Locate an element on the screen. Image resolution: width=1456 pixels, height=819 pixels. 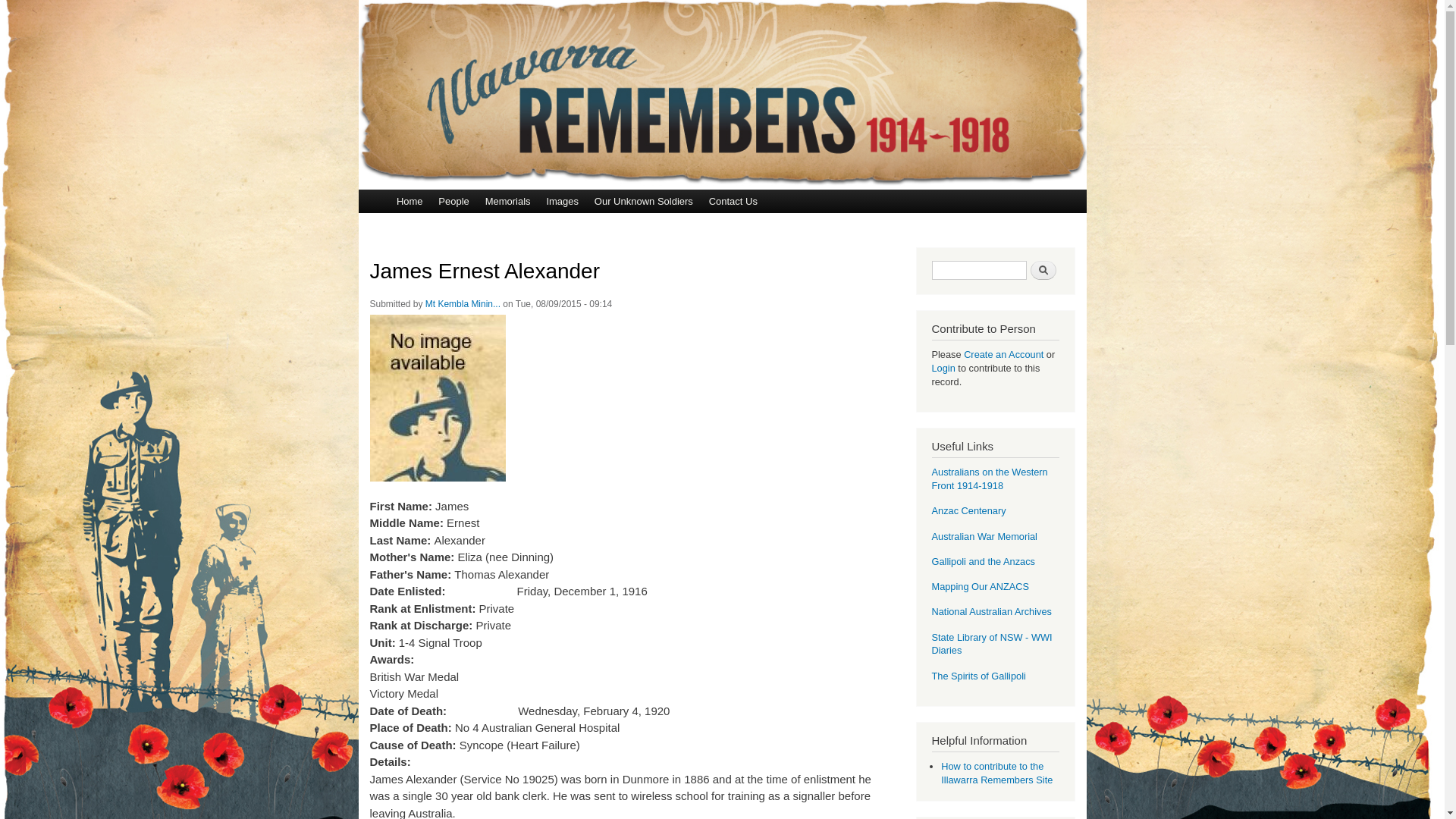
'Login ' is located at coordinates (943, 368).